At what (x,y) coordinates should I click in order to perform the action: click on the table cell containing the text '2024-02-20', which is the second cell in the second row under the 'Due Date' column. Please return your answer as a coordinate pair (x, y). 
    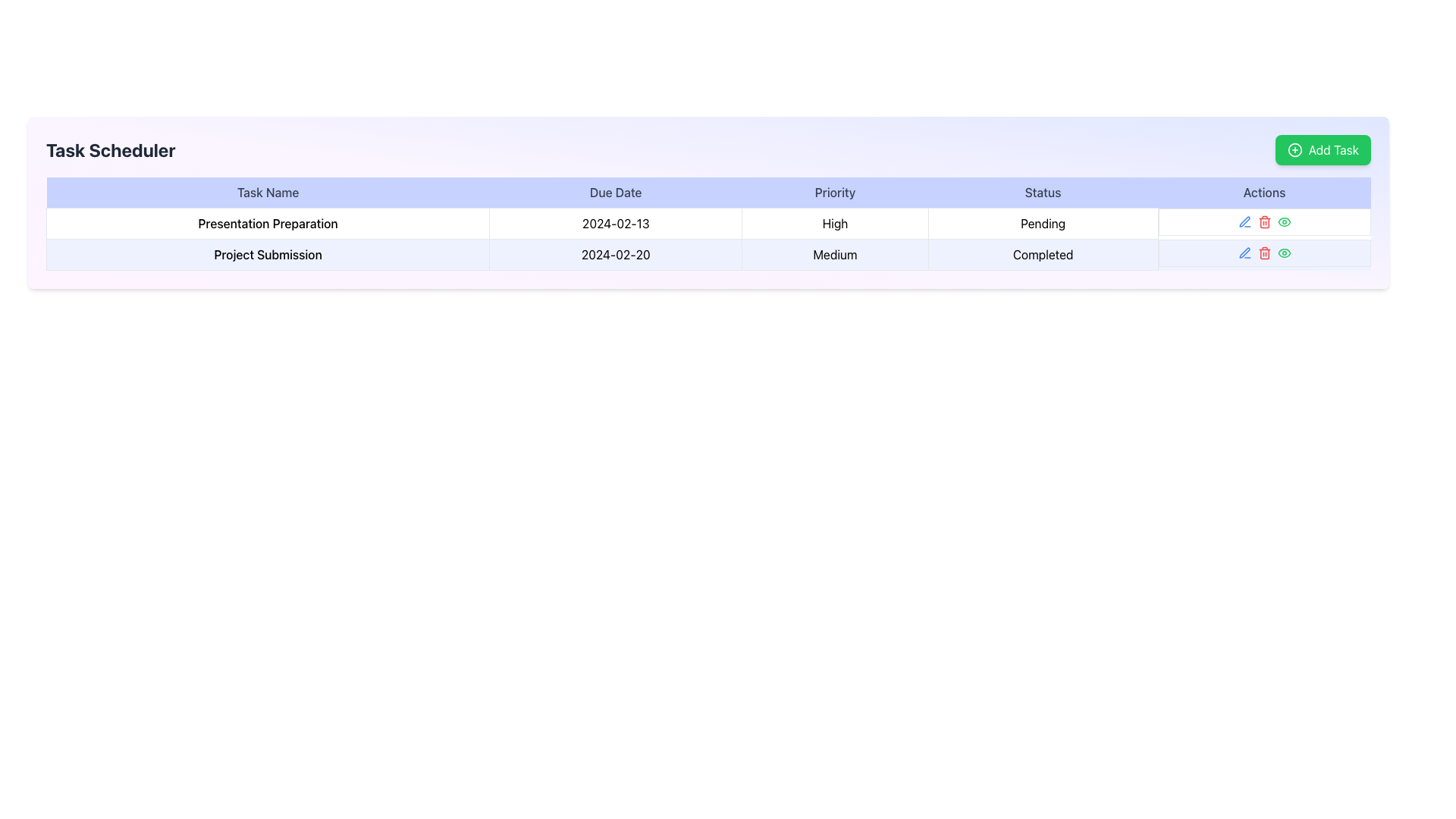
    Looking at the image, I should click on (616, 253).